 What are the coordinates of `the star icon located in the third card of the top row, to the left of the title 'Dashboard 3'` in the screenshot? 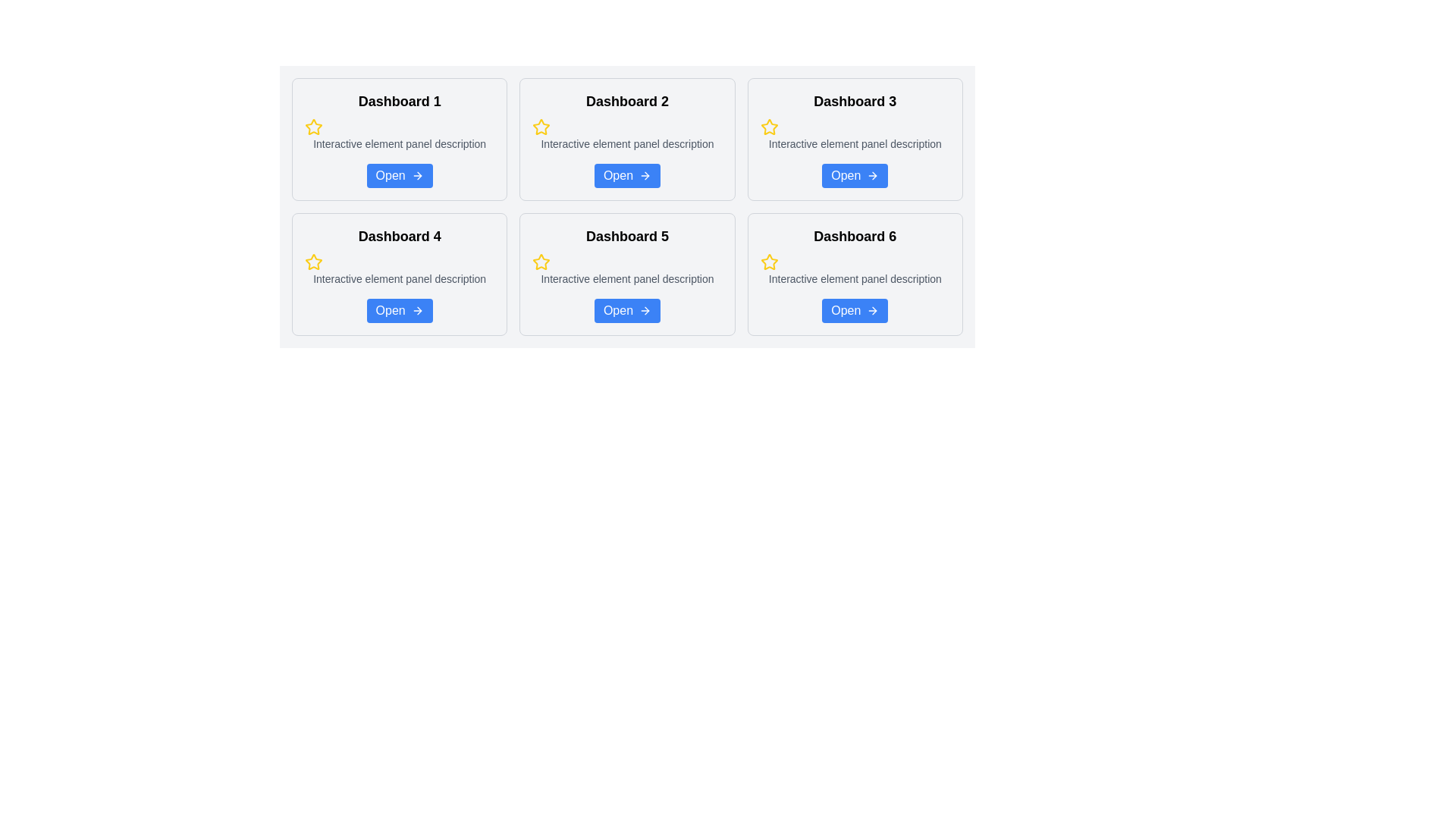 It's located at (769, 127).